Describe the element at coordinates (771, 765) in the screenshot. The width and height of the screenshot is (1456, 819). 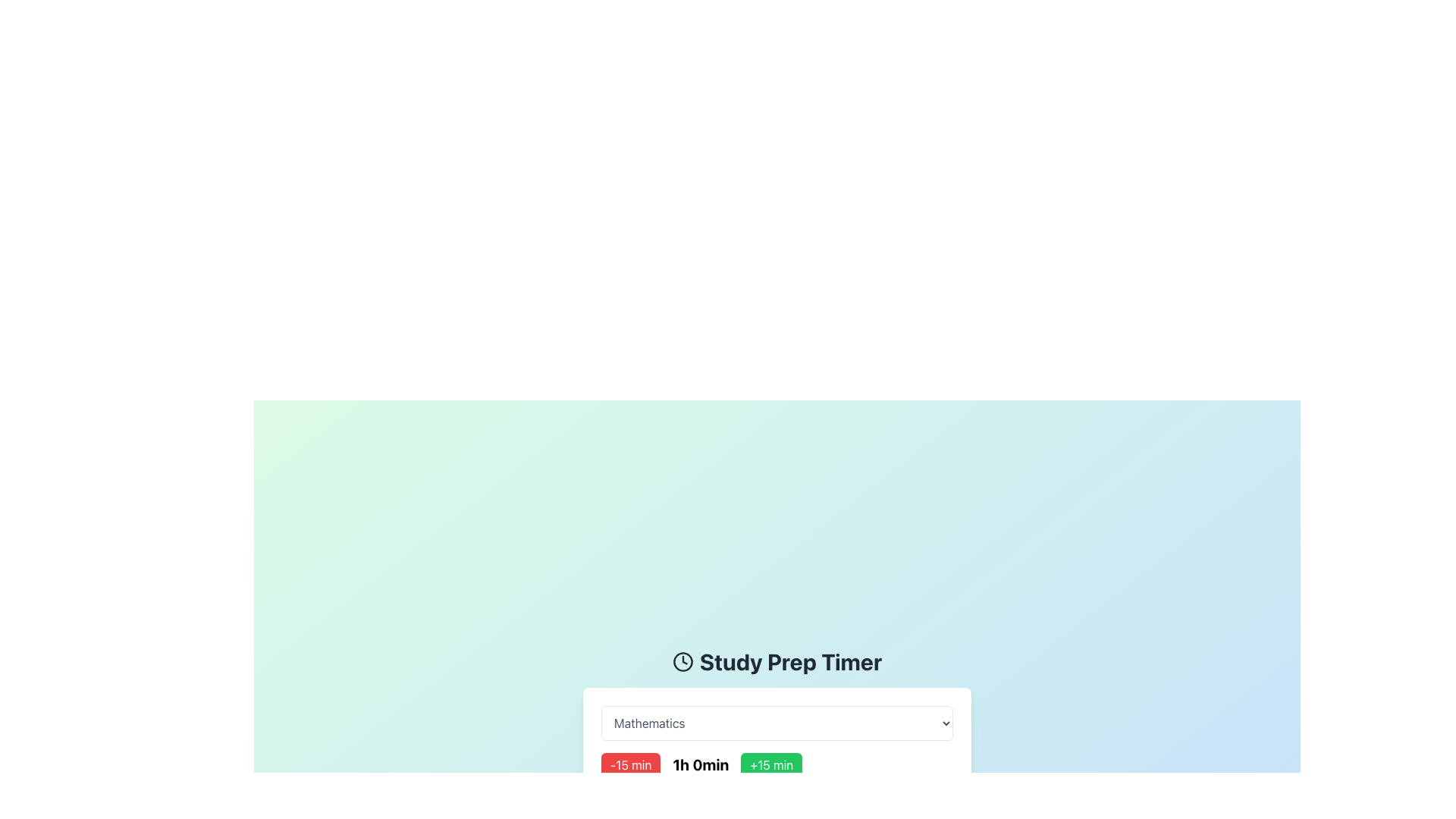
I see `the green rounded rectangular button labeled '+15 min' at the far right of the horizontal grouping to increase the timer by 15 minutes` at that location.